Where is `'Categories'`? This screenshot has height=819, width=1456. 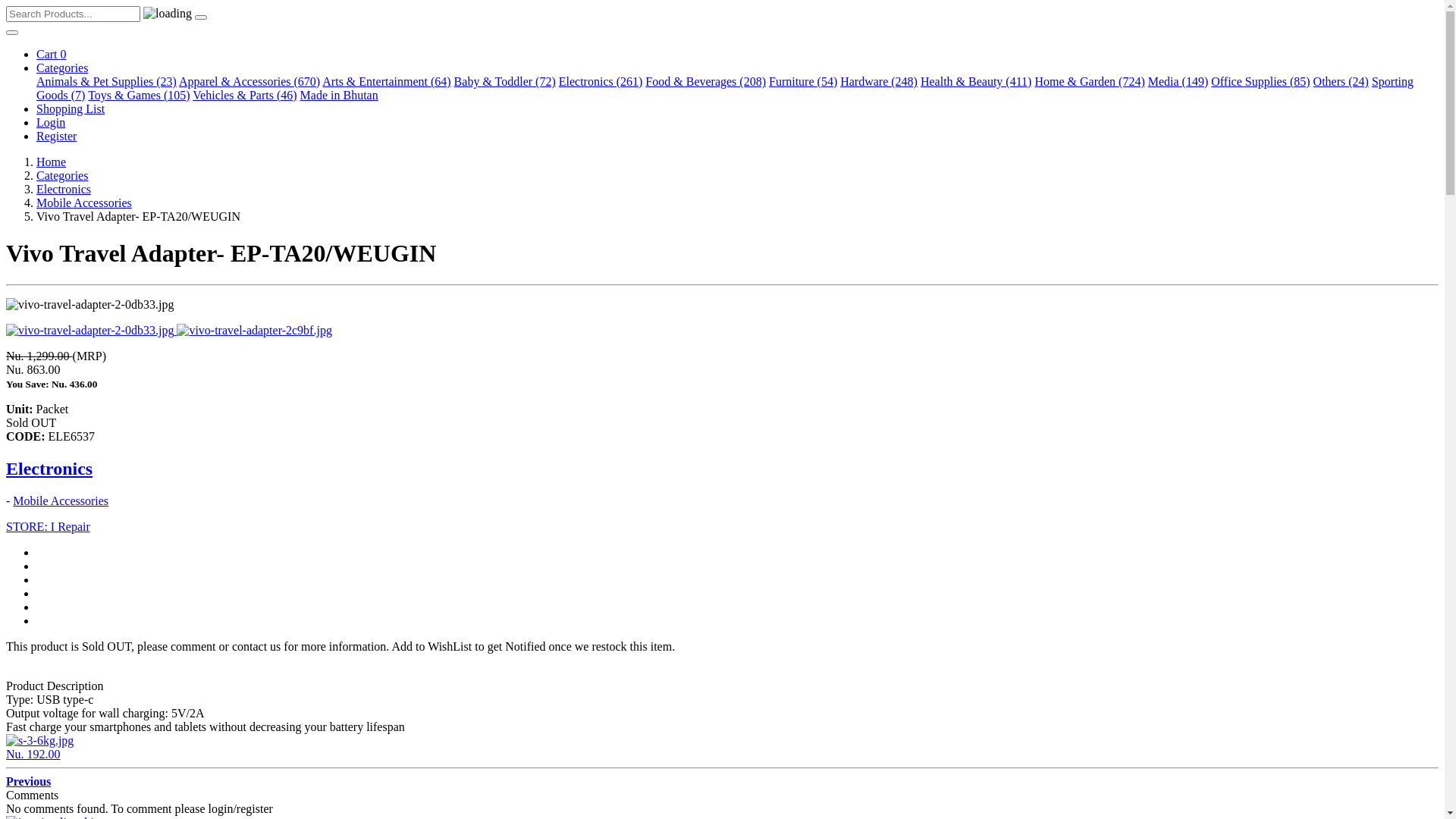 'Categories' is located at coordinates (36, 174).